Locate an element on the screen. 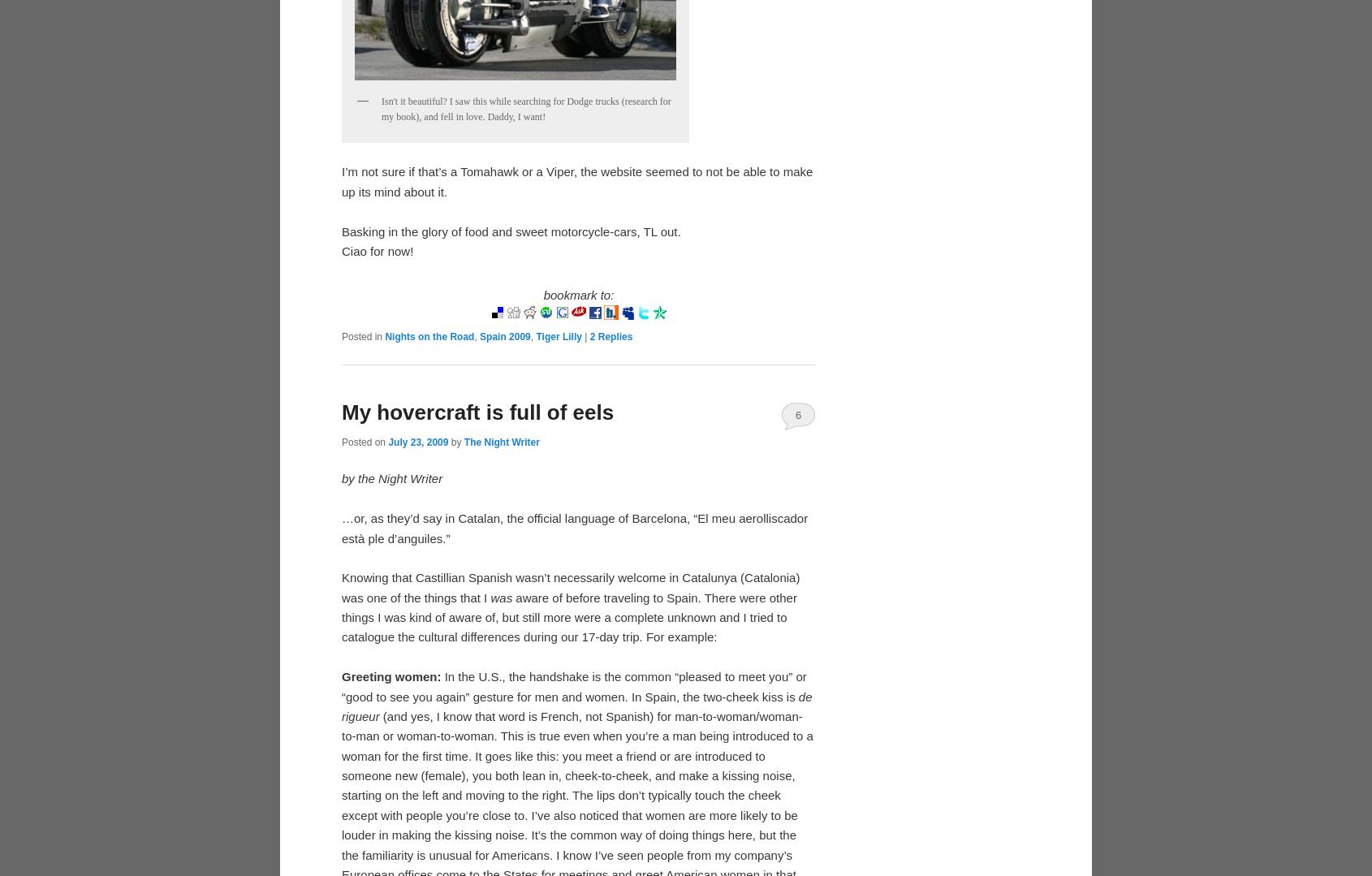 The image size is (1372, 876). 'Isn't it beautiful? I saw this while searching for Dodge trucks (research for my book), and fell in love. Daddy, I want!' is located at coordinates (381, 108).